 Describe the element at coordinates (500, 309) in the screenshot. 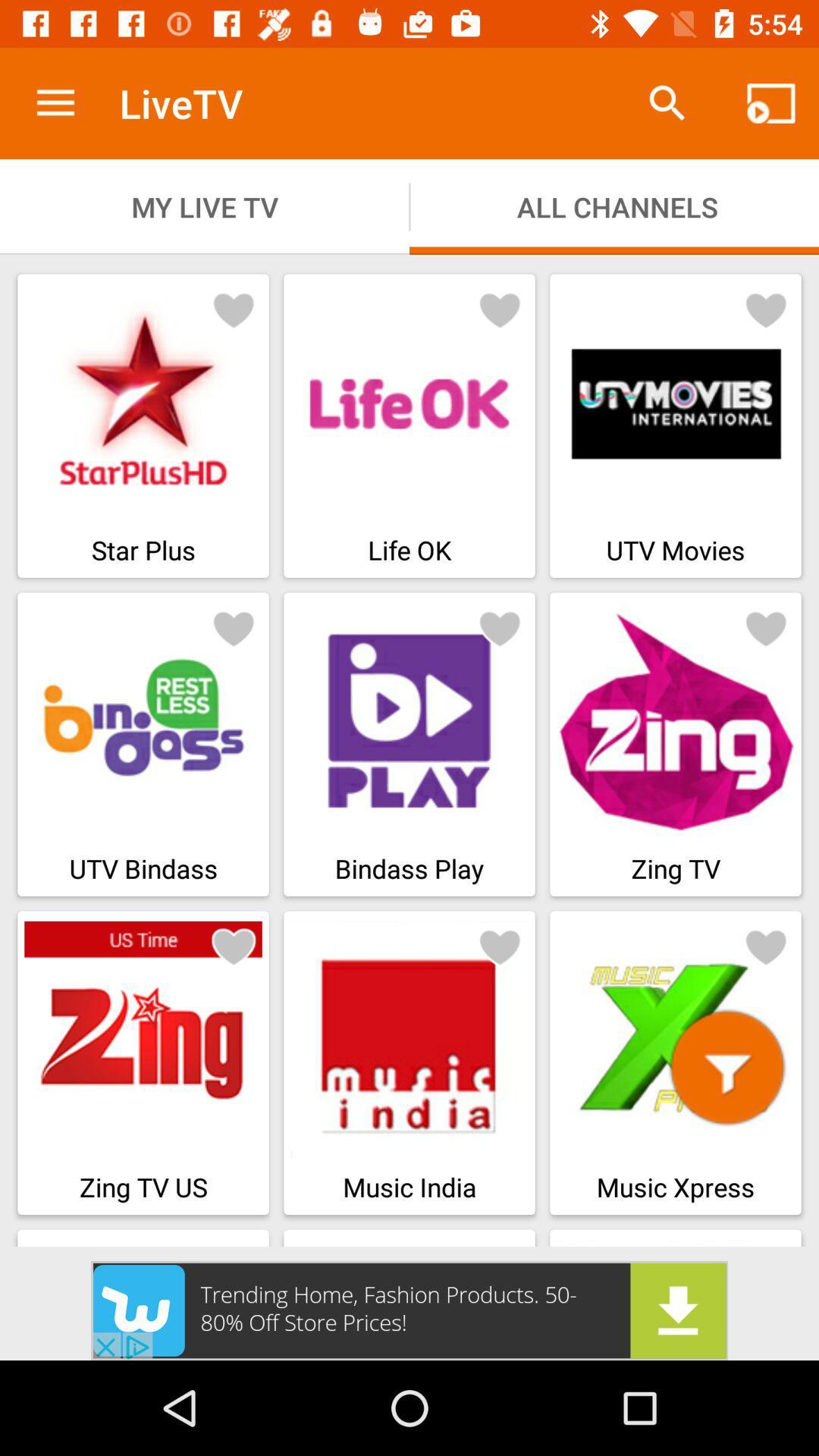

I see `bookmark button` at that location.